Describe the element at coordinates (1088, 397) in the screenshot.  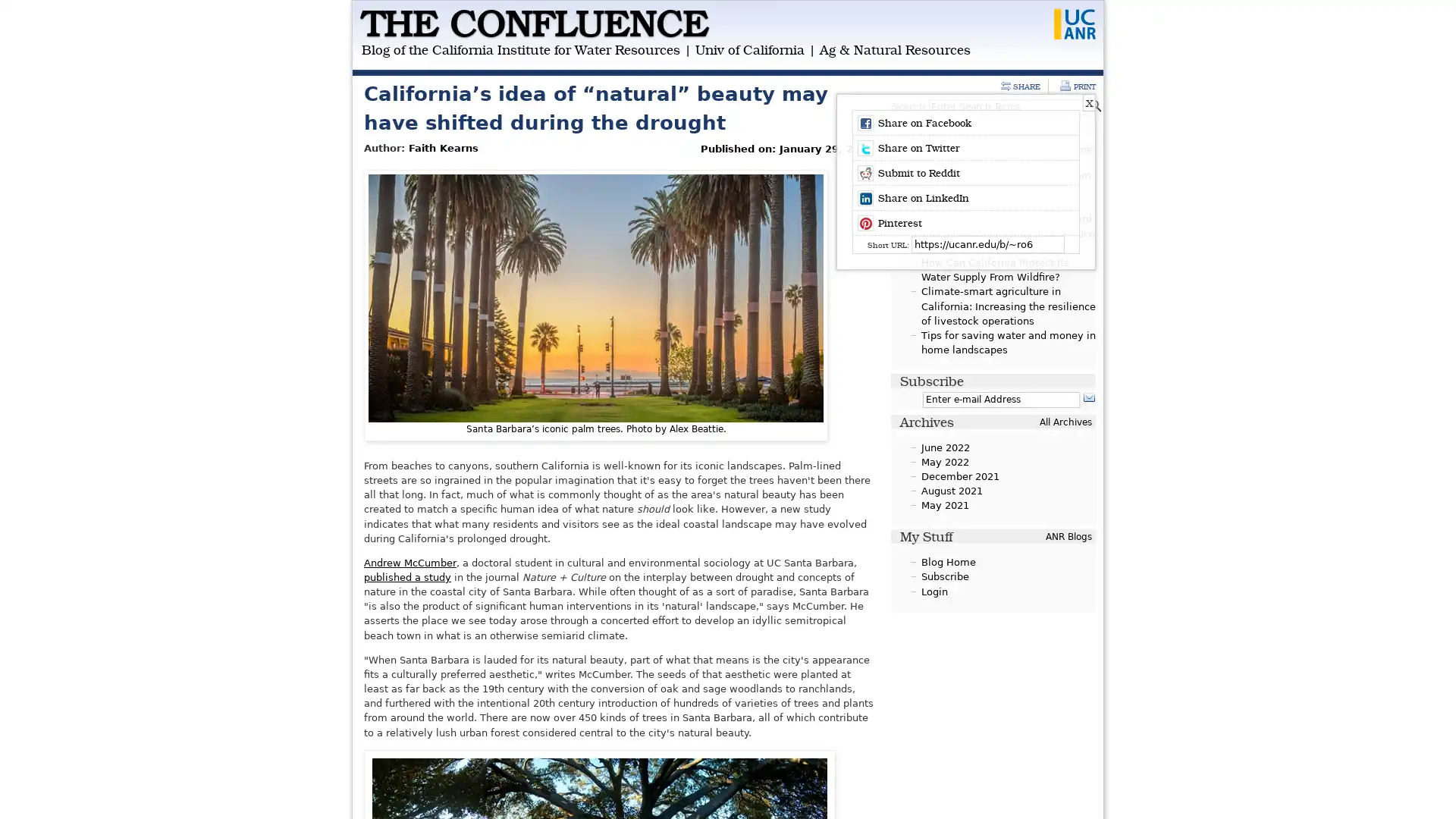
I see `Subscribe` at that location.